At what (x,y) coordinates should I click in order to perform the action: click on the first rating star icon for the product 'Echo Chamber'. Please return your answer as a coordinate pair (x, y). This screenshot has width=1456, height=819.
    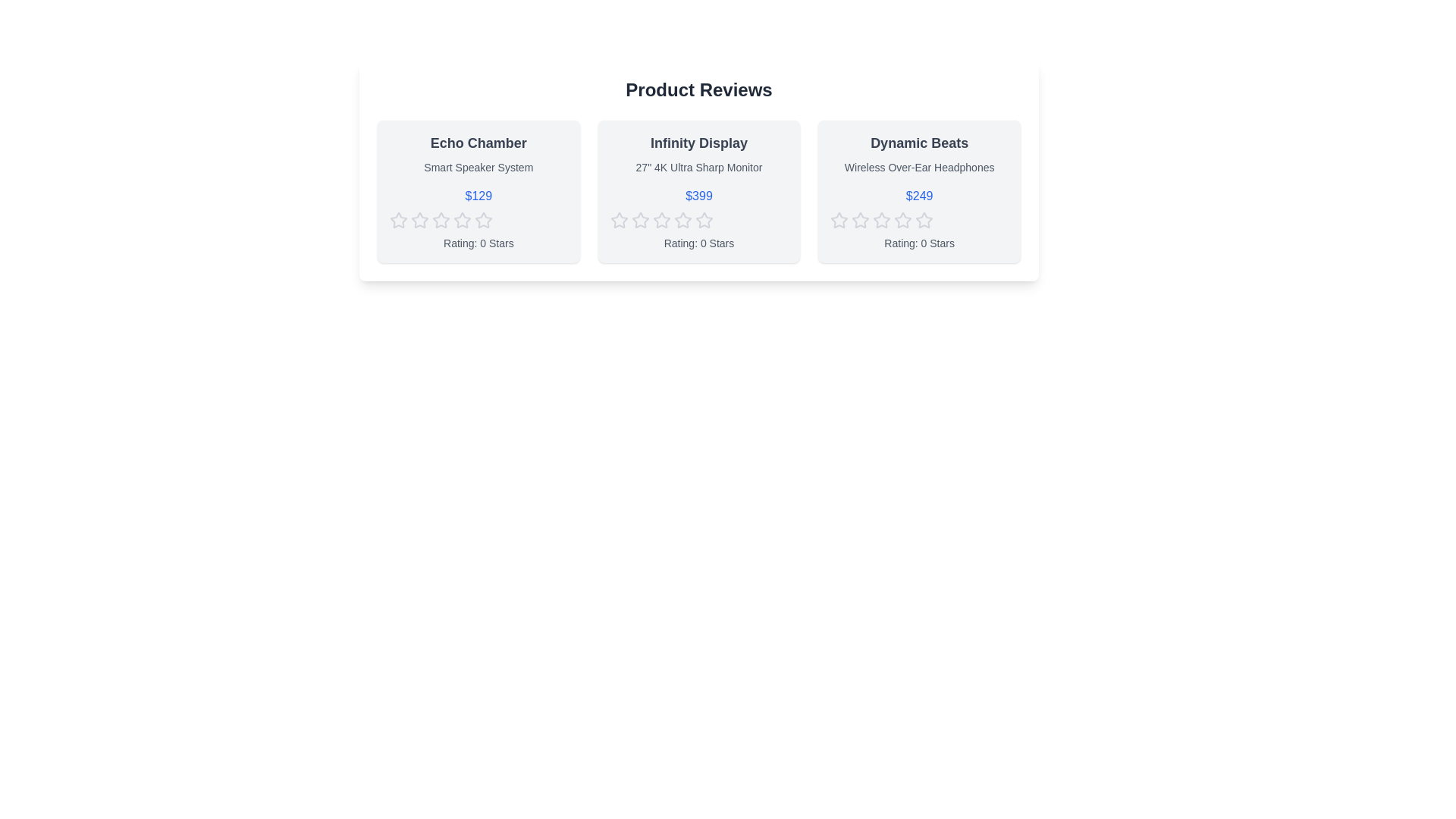
    Looking at the image, I should click on (399, 220).